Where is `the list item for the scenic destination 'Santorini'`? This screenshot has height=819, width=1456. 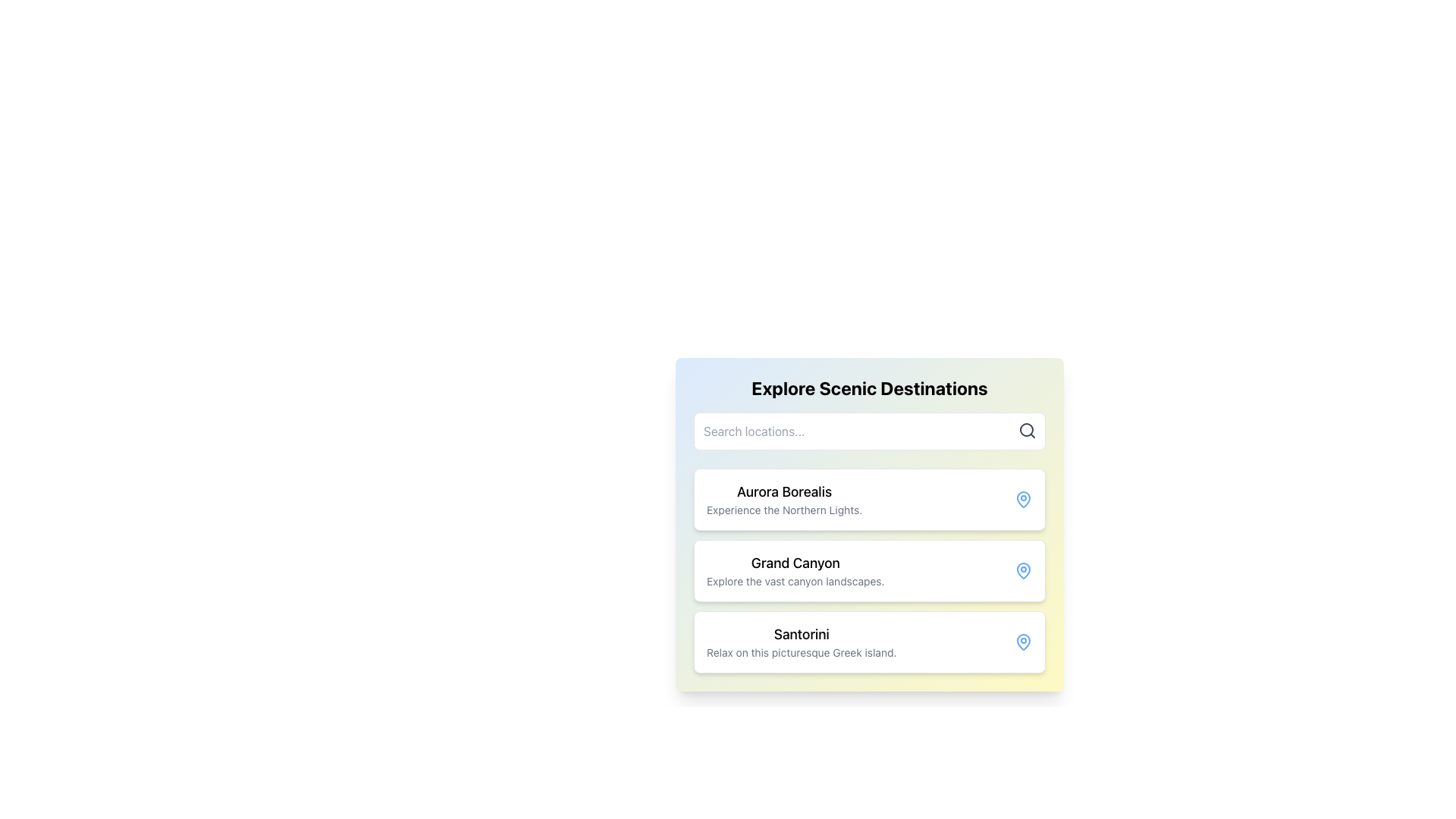 the list item for the scenic destination 'Santorini' is located at coordinates (801, 642).